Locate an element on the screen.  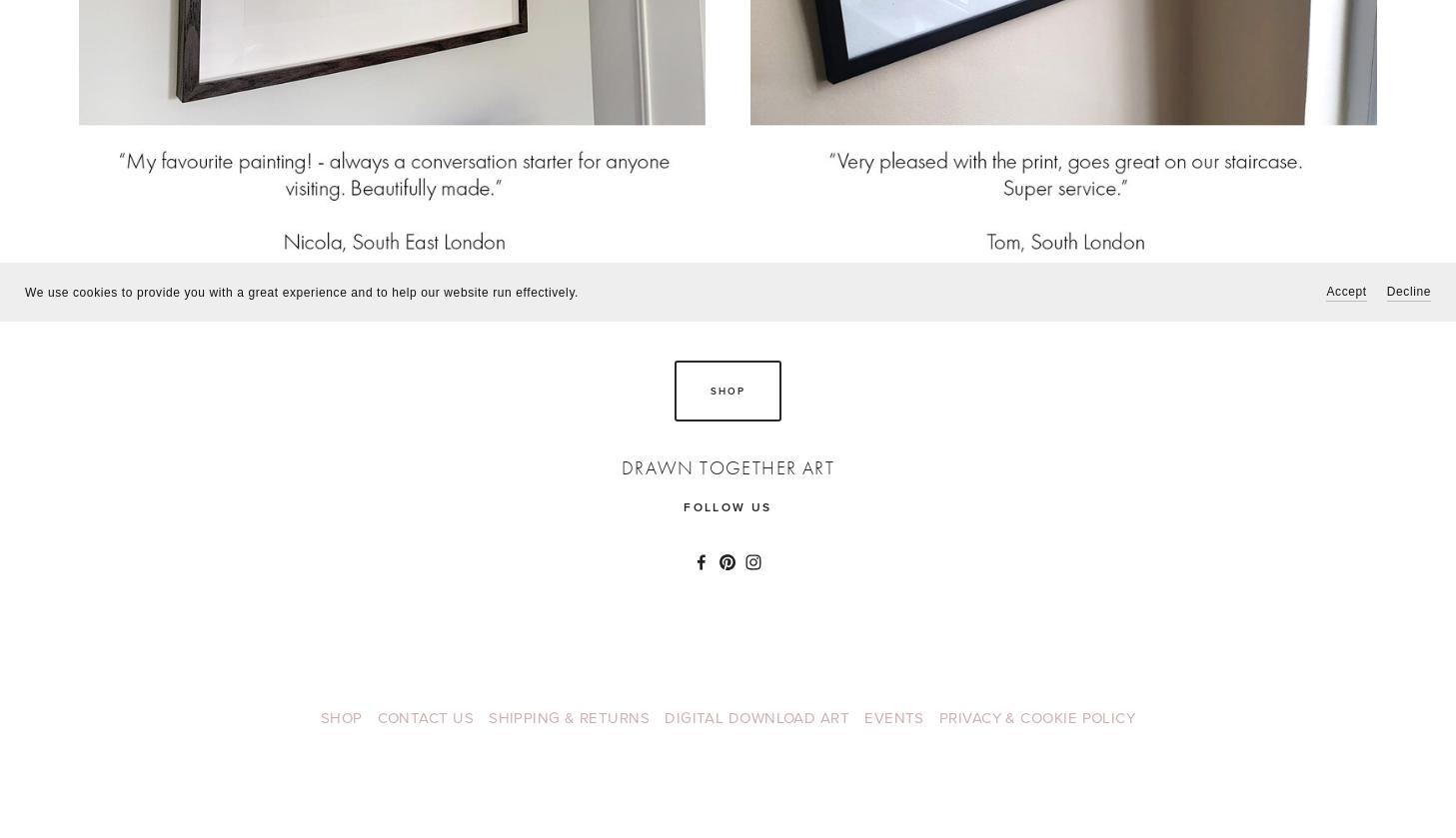
'Digital Download Art' is located at coordinates (756, 716).